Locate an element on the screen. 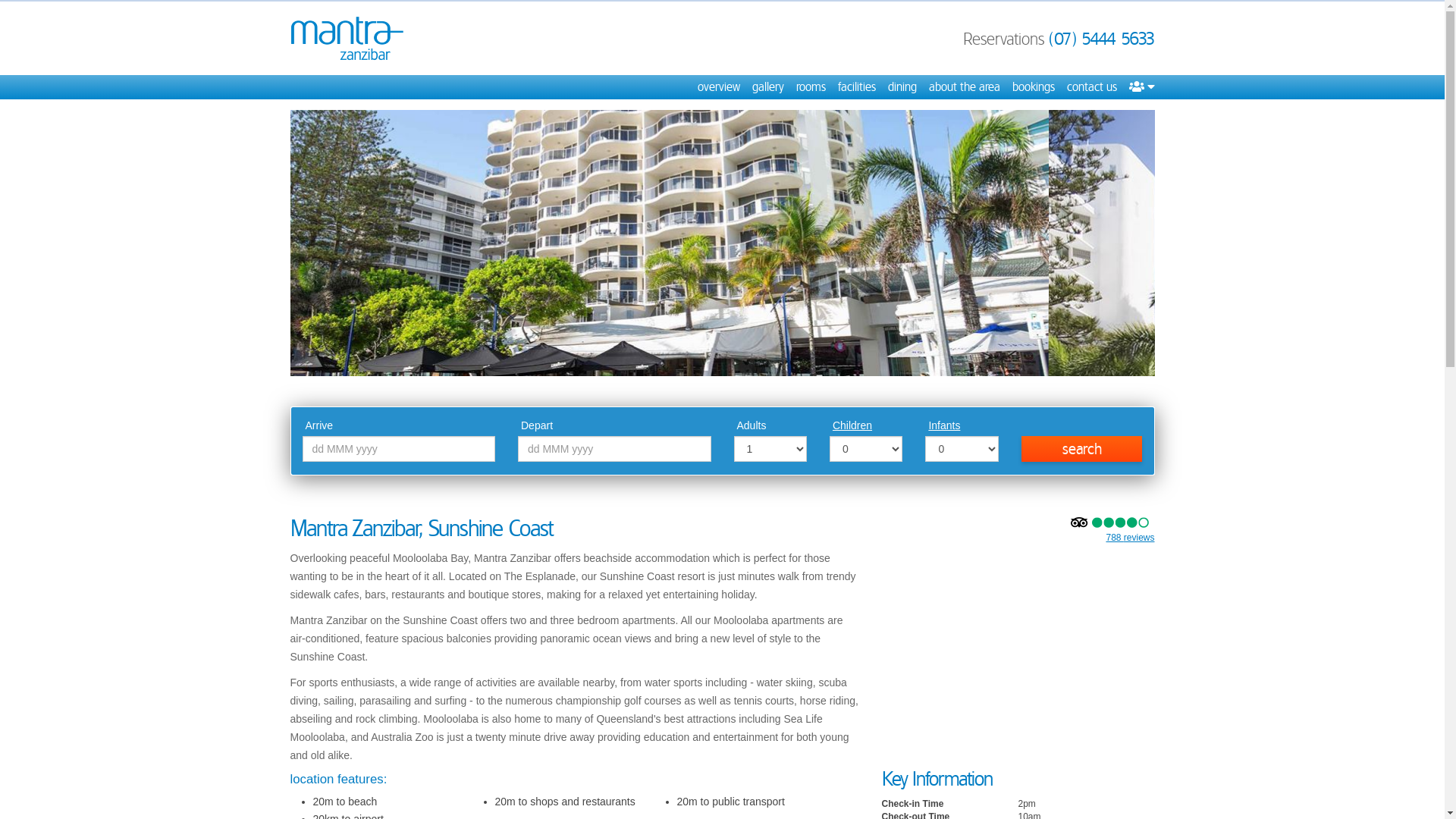 The image size is (1456, 819). 'dining' is located at coordinates (902, 87).